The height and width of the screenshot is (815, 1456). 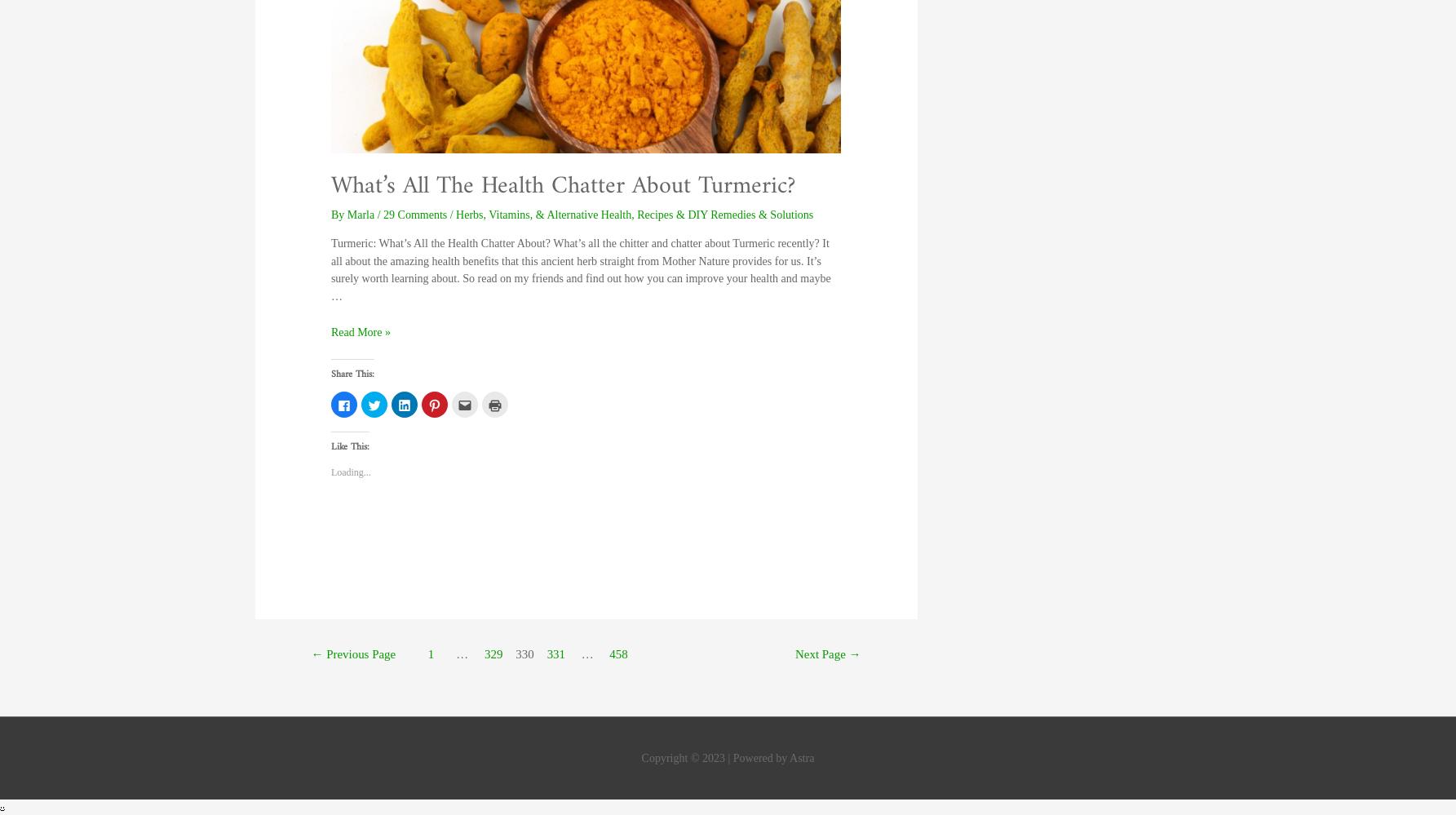 I want to click on '458', so click(x=609, y=653).